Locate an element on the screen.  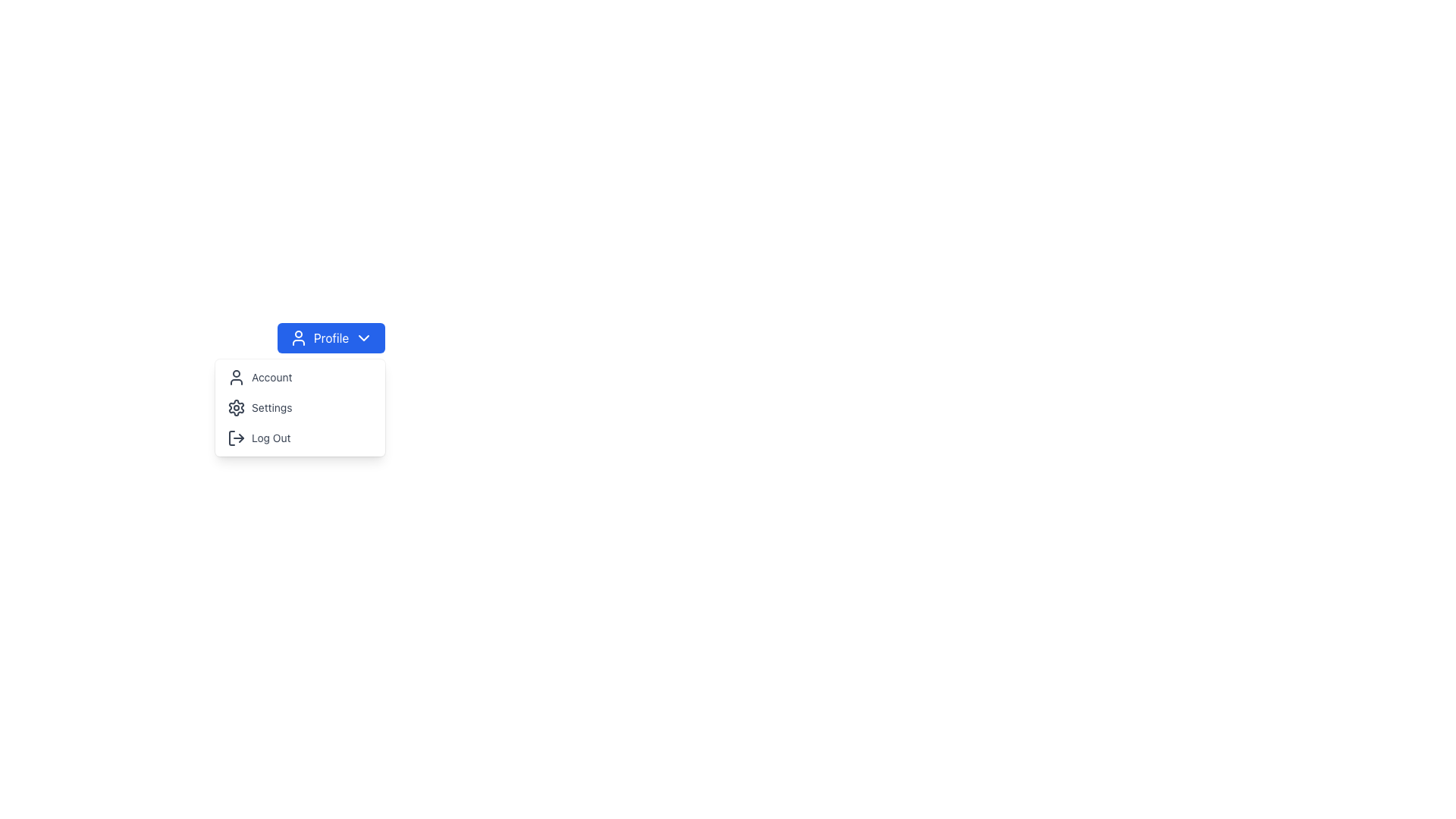
the logout icon located to the left of the 'Log Out' text in the dropdown menu that appears after clicking the 'Profile' button to initiate logout is located at coordinates (236, 438).